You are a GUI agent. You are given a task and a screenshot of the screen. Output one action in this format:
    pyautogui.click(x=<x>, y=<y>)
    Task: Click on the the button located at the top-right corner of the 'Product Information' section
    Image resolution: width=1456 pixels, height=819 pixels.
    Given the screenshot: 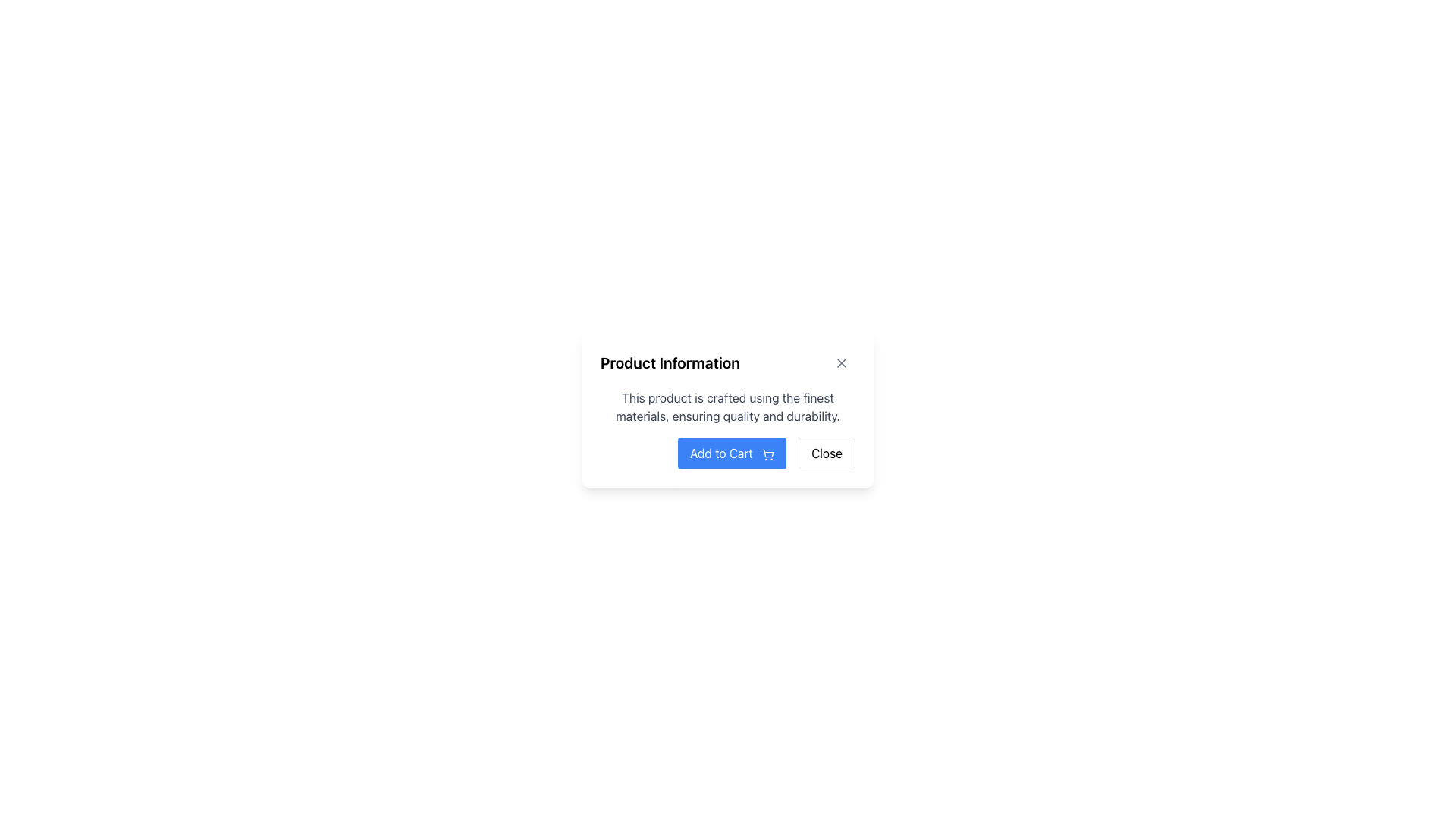 What is the action you would take?
    pyautogui.click(x=840, y=362)
    